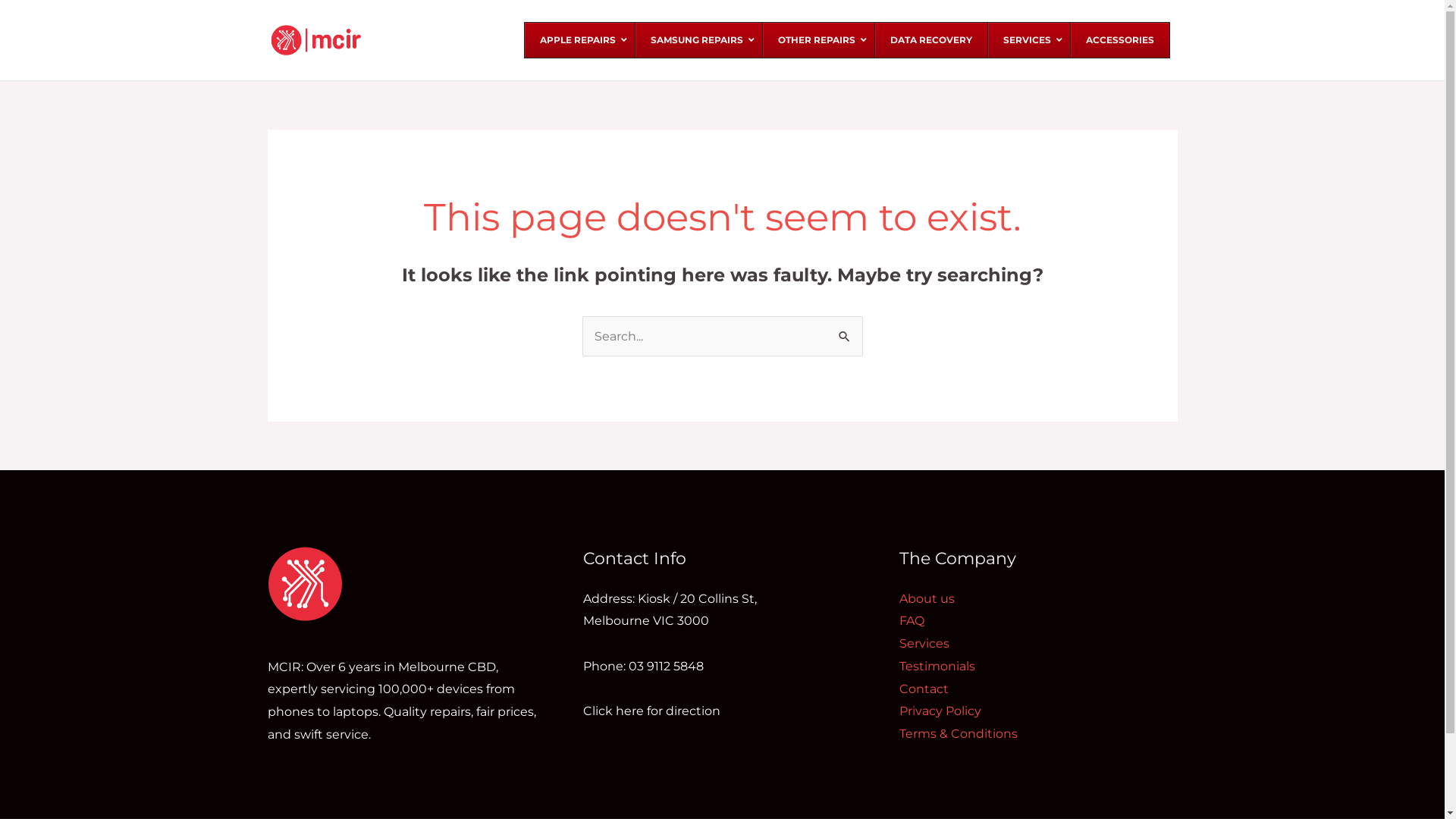 This screenshot has width=1456, height=819. I want to click on 'APPLE REPAIRS', so click(579, 39).